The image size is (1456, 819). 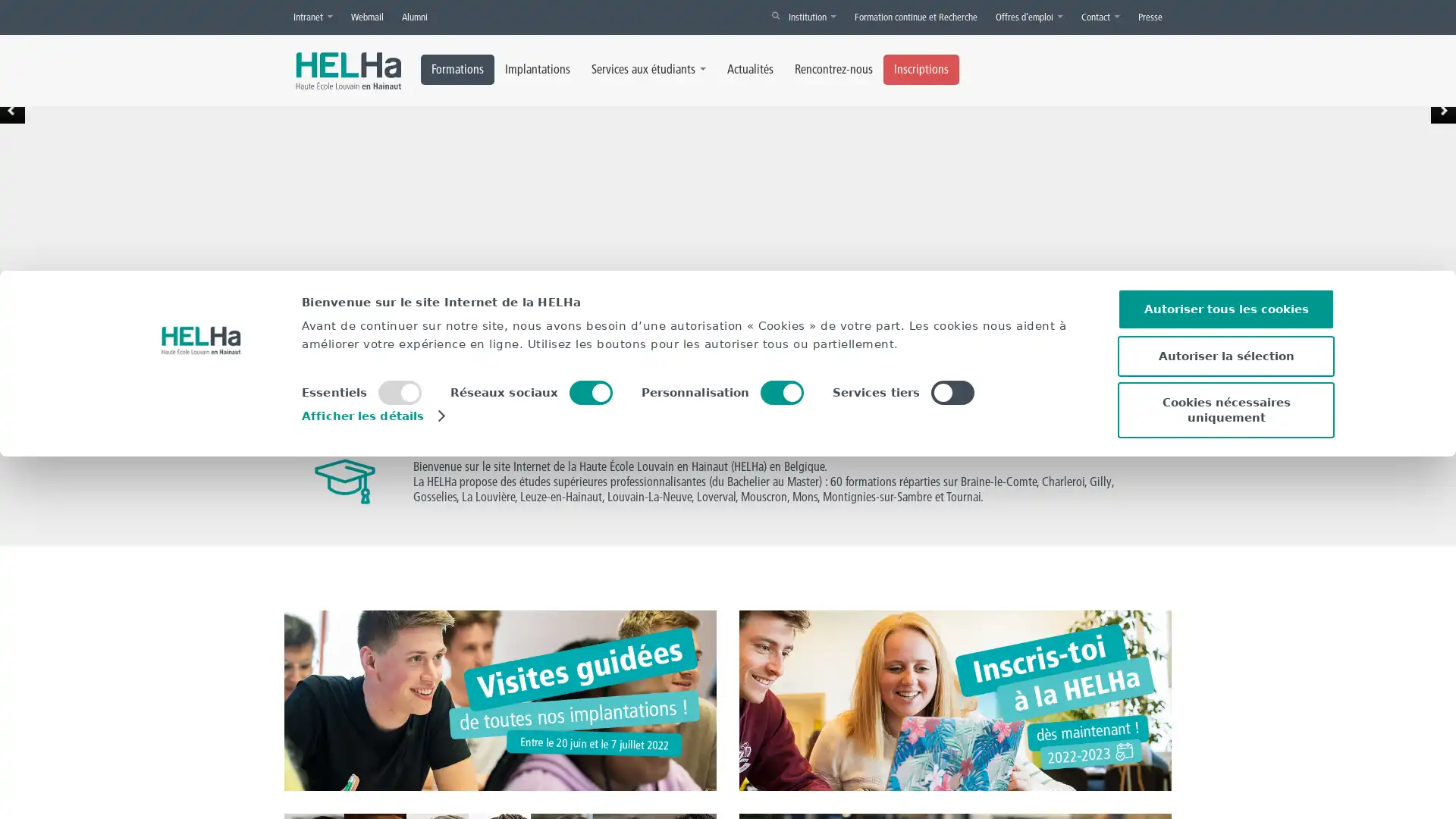 What do you see at coordinates (1226, 671) in the screenshot?
I see `Autoriser tous les cookies` at bounding box center [1226, 671].